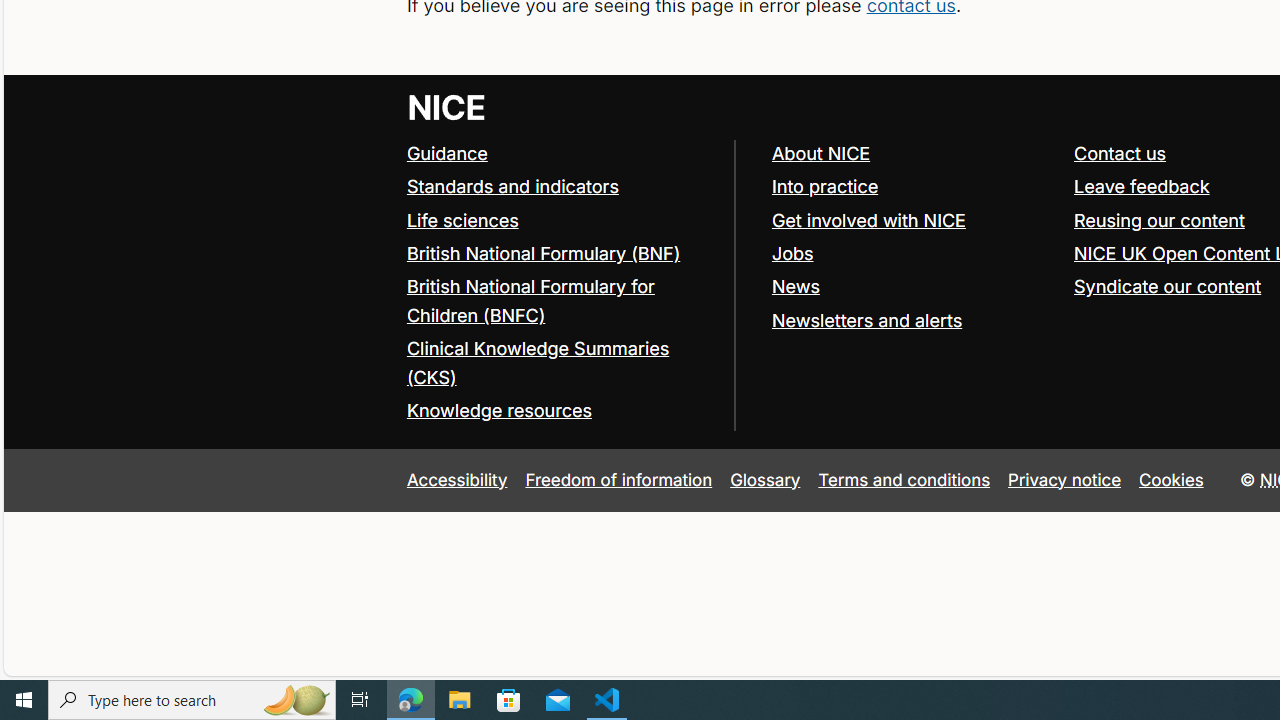  I want to click on 'Reusing our content', so click(1159, 219).